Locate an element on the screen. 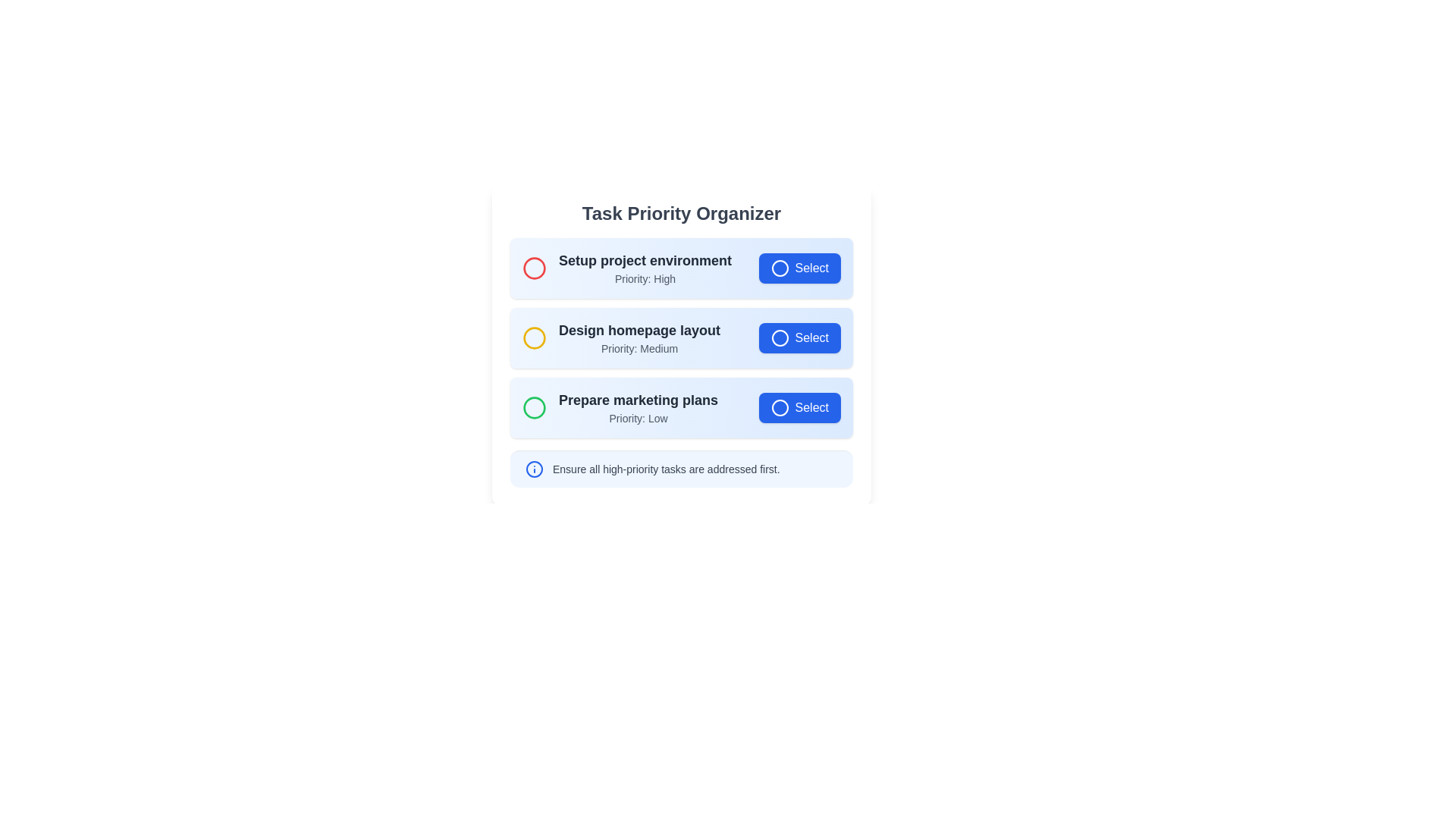 The image size is (1456, 819). the button associated with 'Prepare marketing plans' and 'Priority: Low' is located at coordinates (799, 406).